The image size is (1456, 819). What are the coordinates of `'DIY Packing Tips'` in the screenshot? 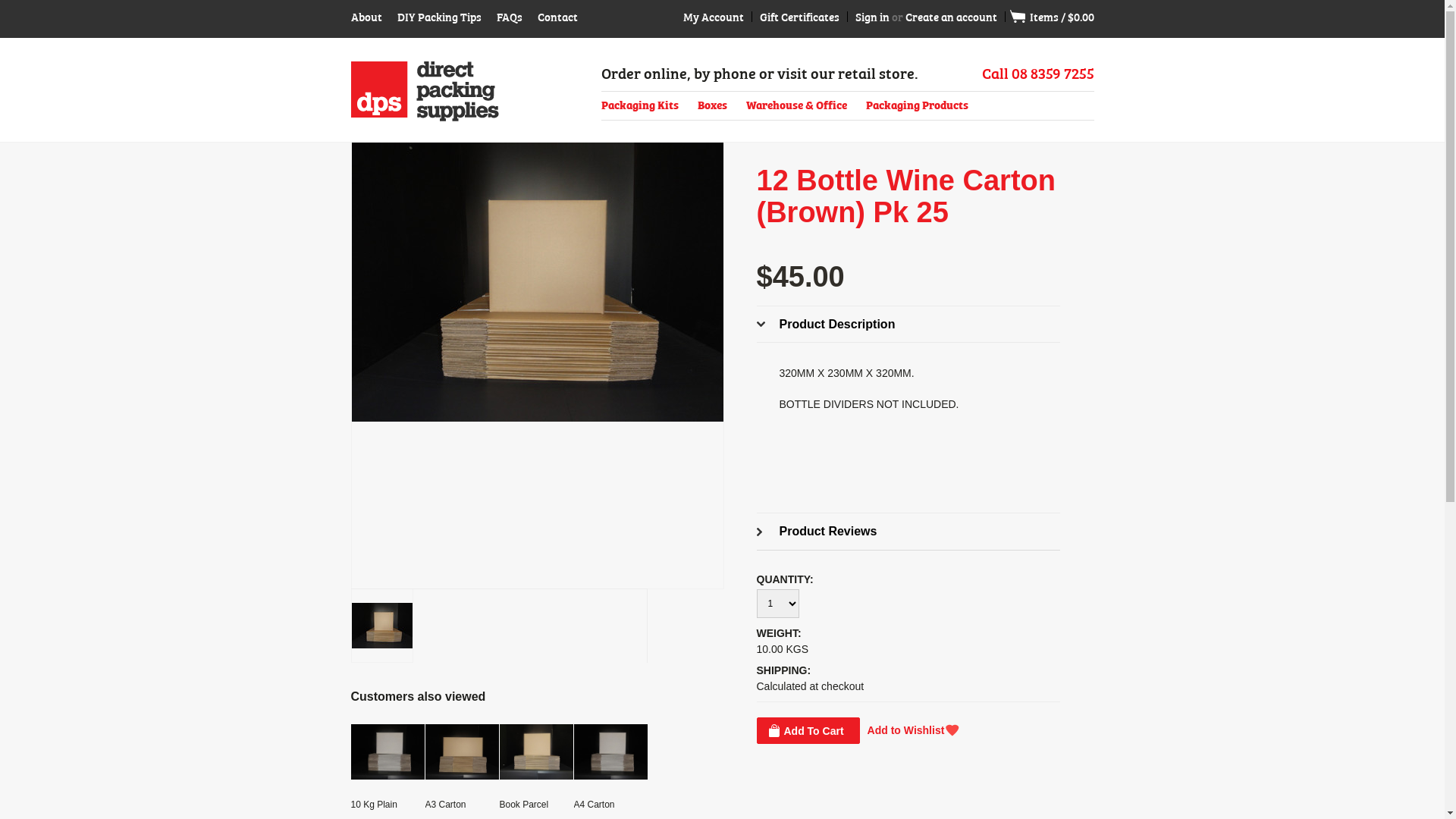 It's located at (438, 16).